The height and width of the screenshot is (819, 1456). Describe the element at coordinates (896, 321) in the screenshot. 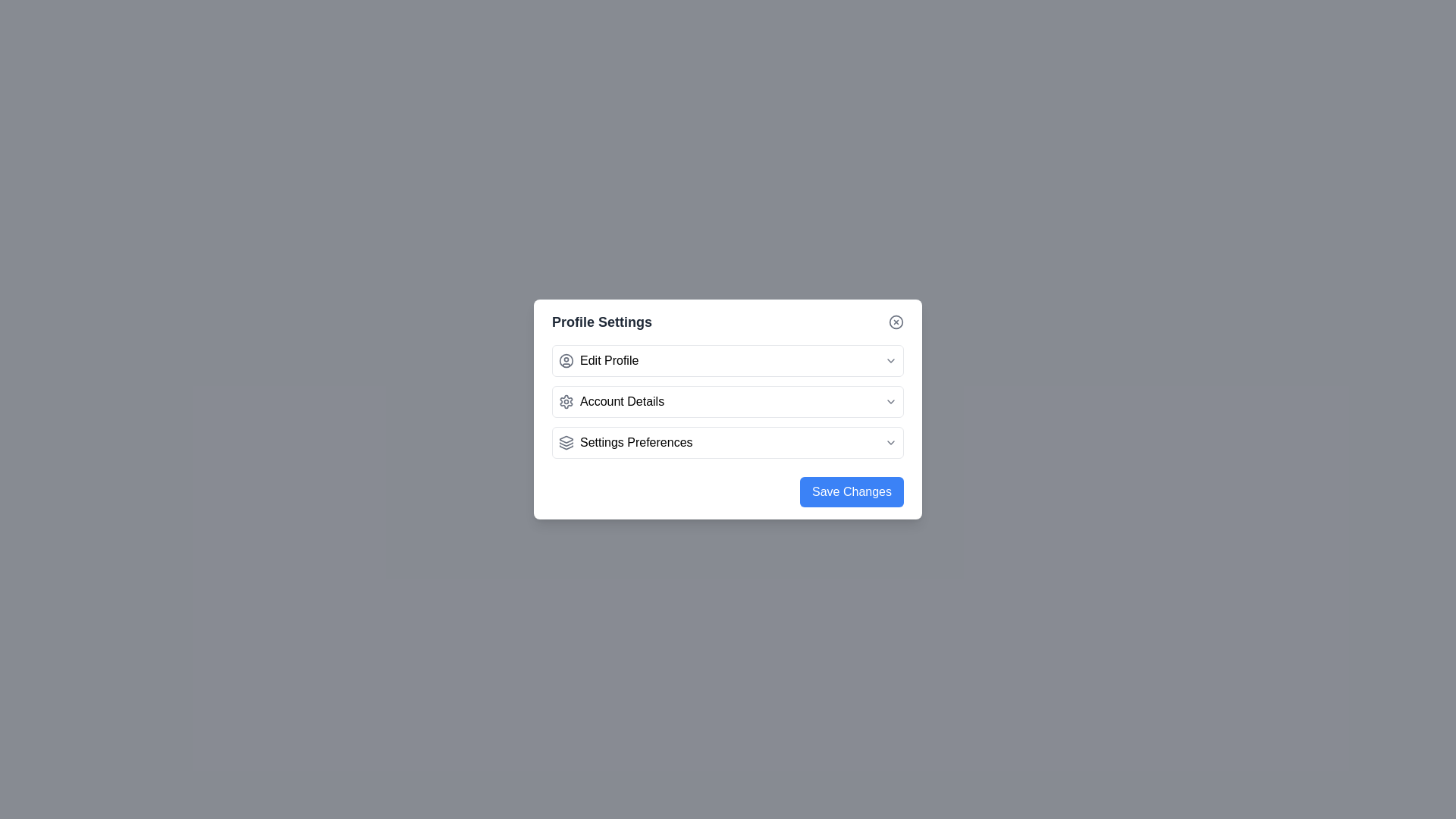

I see `close button in the top-right corner of the dialog to dismiss it` at that location.